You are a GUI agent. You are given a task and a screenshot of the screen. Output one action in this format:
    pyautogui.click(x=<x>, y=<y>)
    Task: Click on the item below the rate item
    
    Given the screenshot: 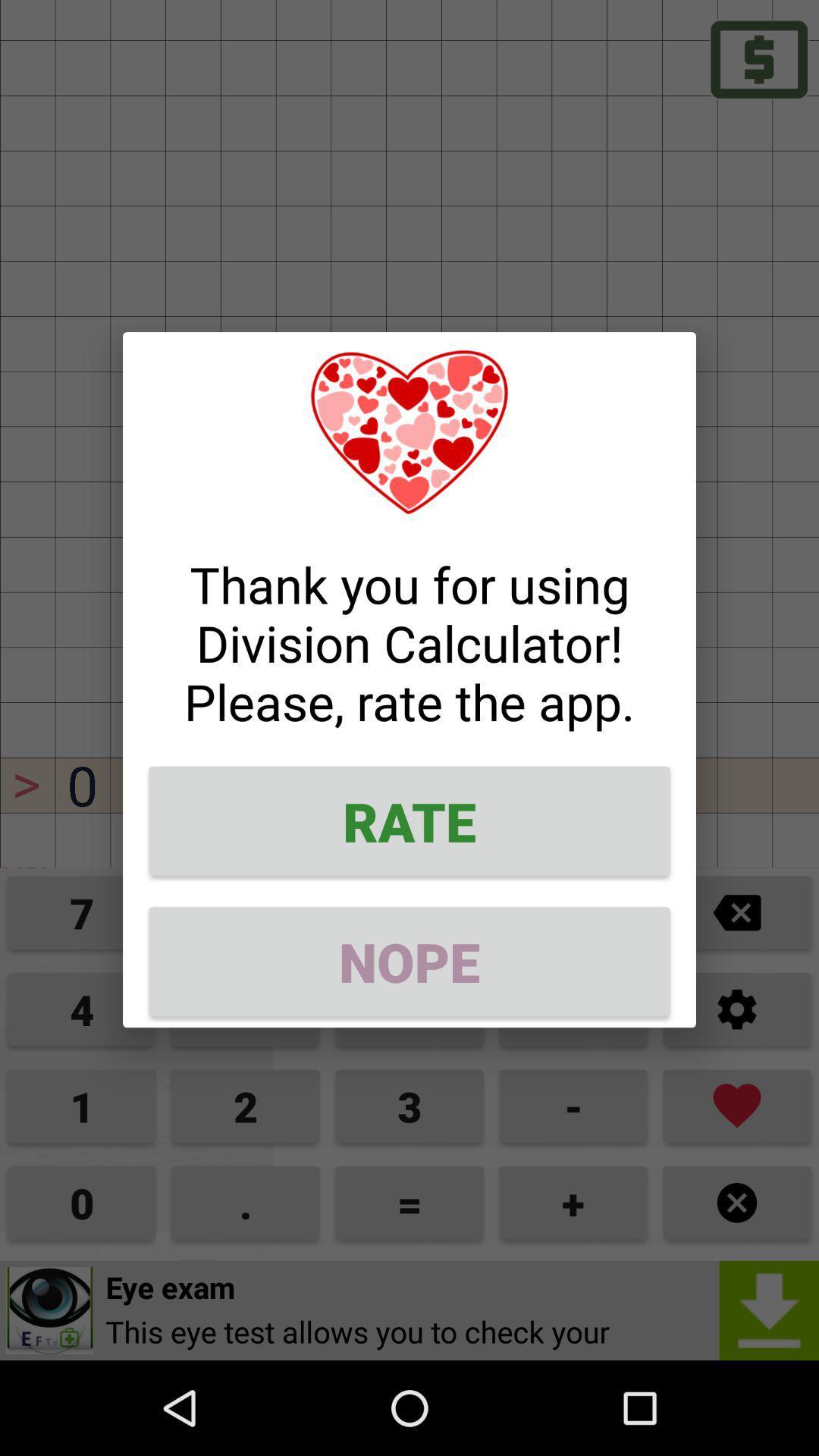 What is the action you would take?
    pyautogui.click(x=409, y=960)
    